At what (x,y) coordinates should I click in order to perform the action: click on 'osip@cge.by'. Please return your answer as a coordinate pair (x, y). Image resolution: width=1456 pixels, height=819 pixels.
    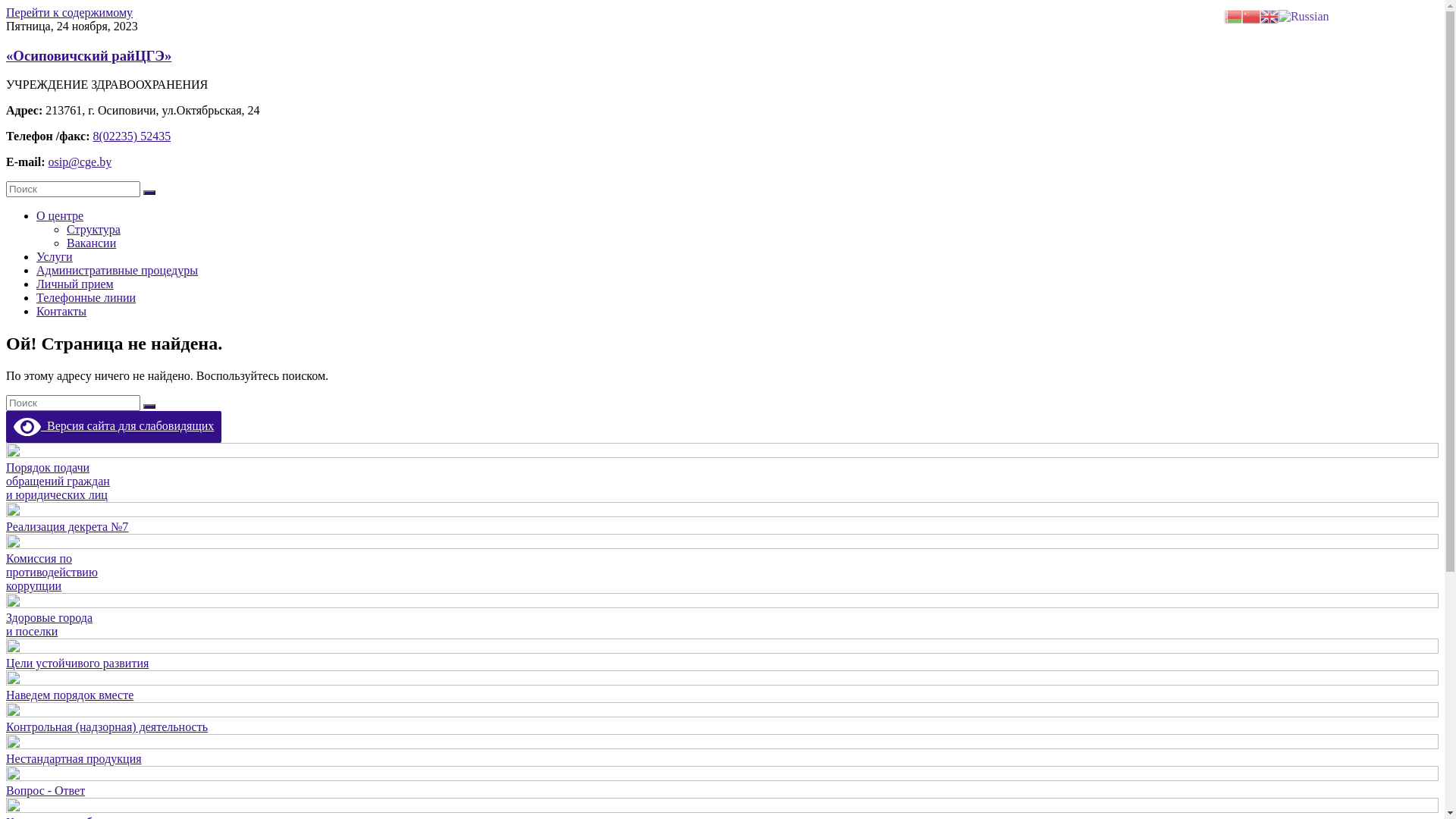
    Looking at the image, I should click on (48, 162).